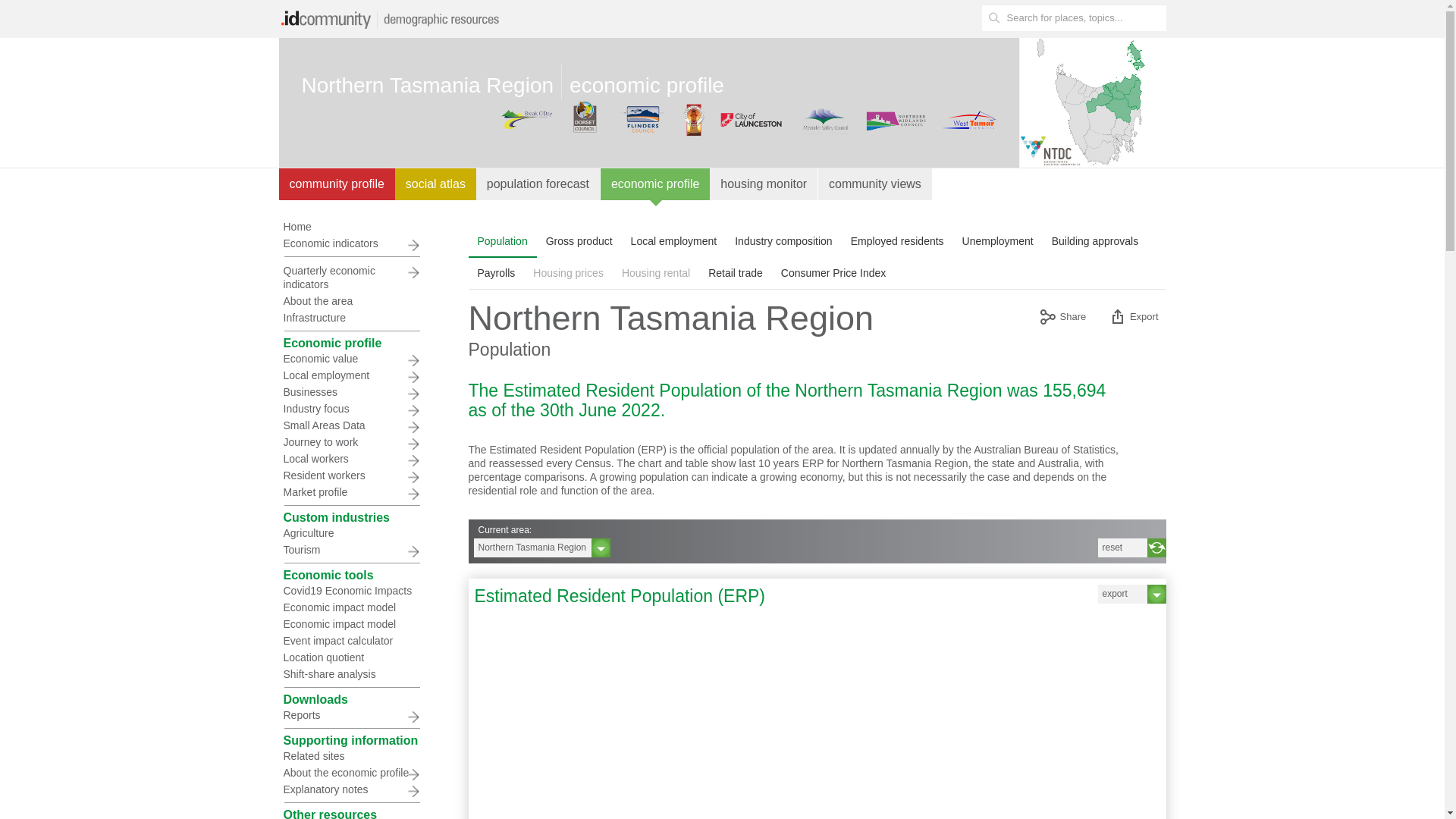 The height and width of the screenshot is (819, 1456). What do you see at coordinates (350, 491) in the screenshot?
I see `'Market profile` at bounding box center [350, 491].